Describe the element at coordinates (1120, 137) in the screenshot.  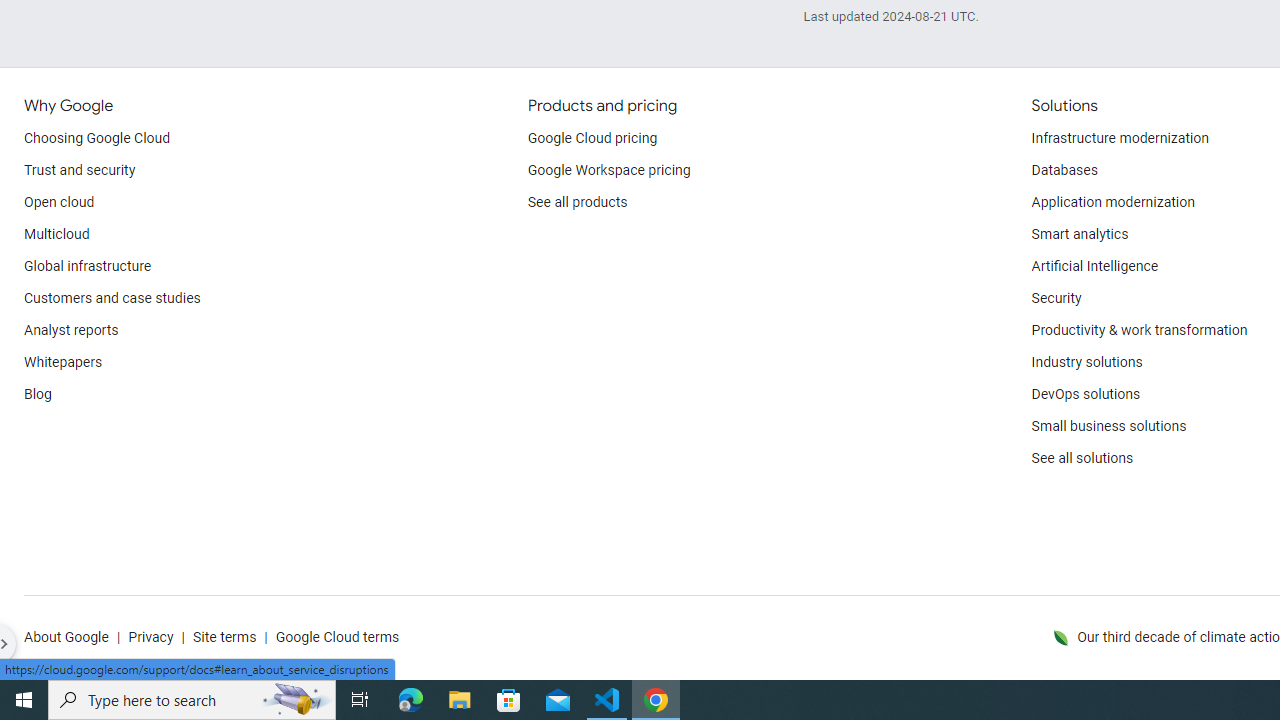
I see `'Infrastructure modernization'` at that location.